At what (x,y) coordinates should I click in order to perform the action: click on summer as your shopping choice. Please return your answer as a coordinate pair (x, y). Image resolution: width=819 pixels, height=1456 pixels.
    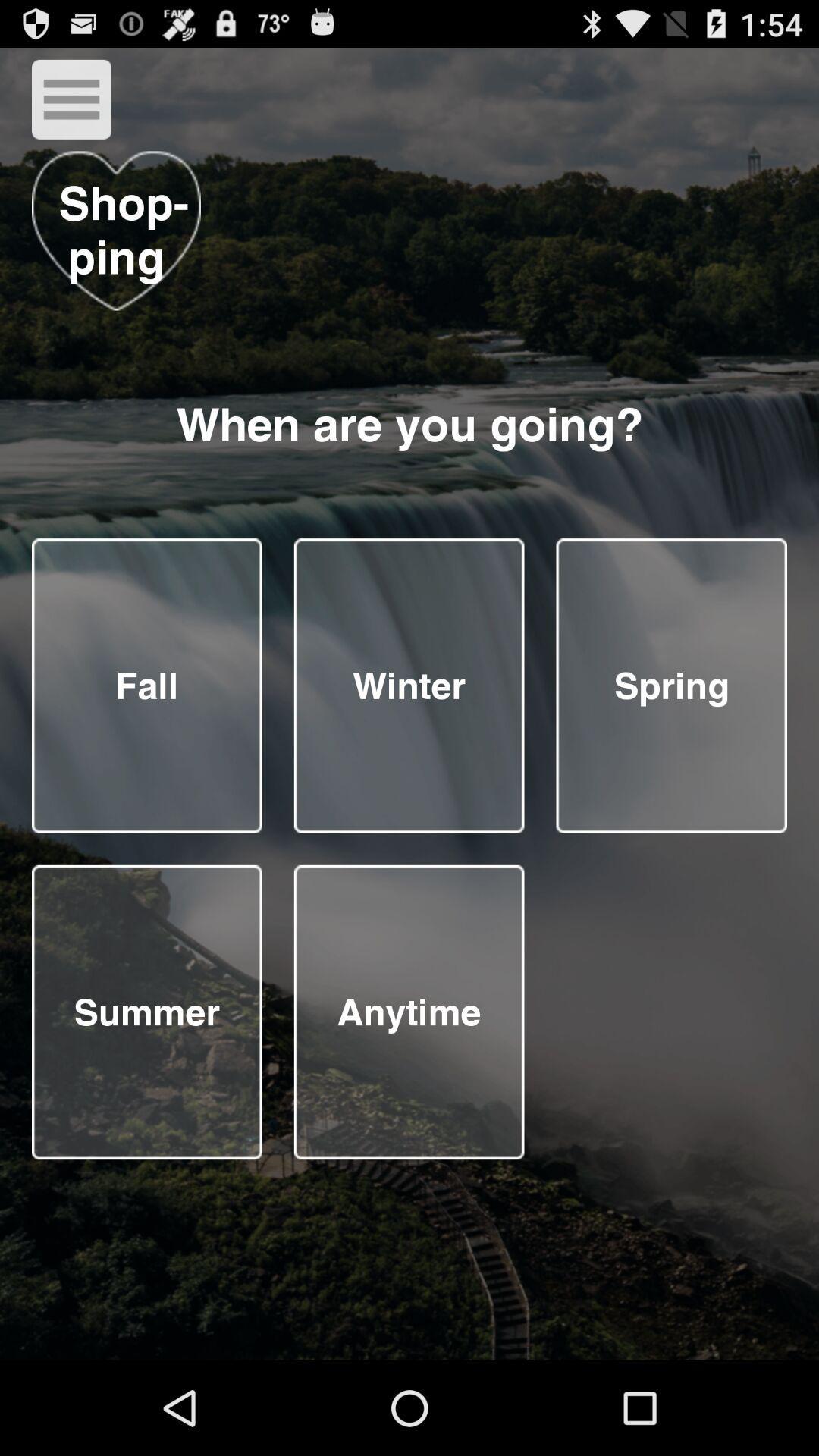
    Looking at the image, I should click on (146, 1012).